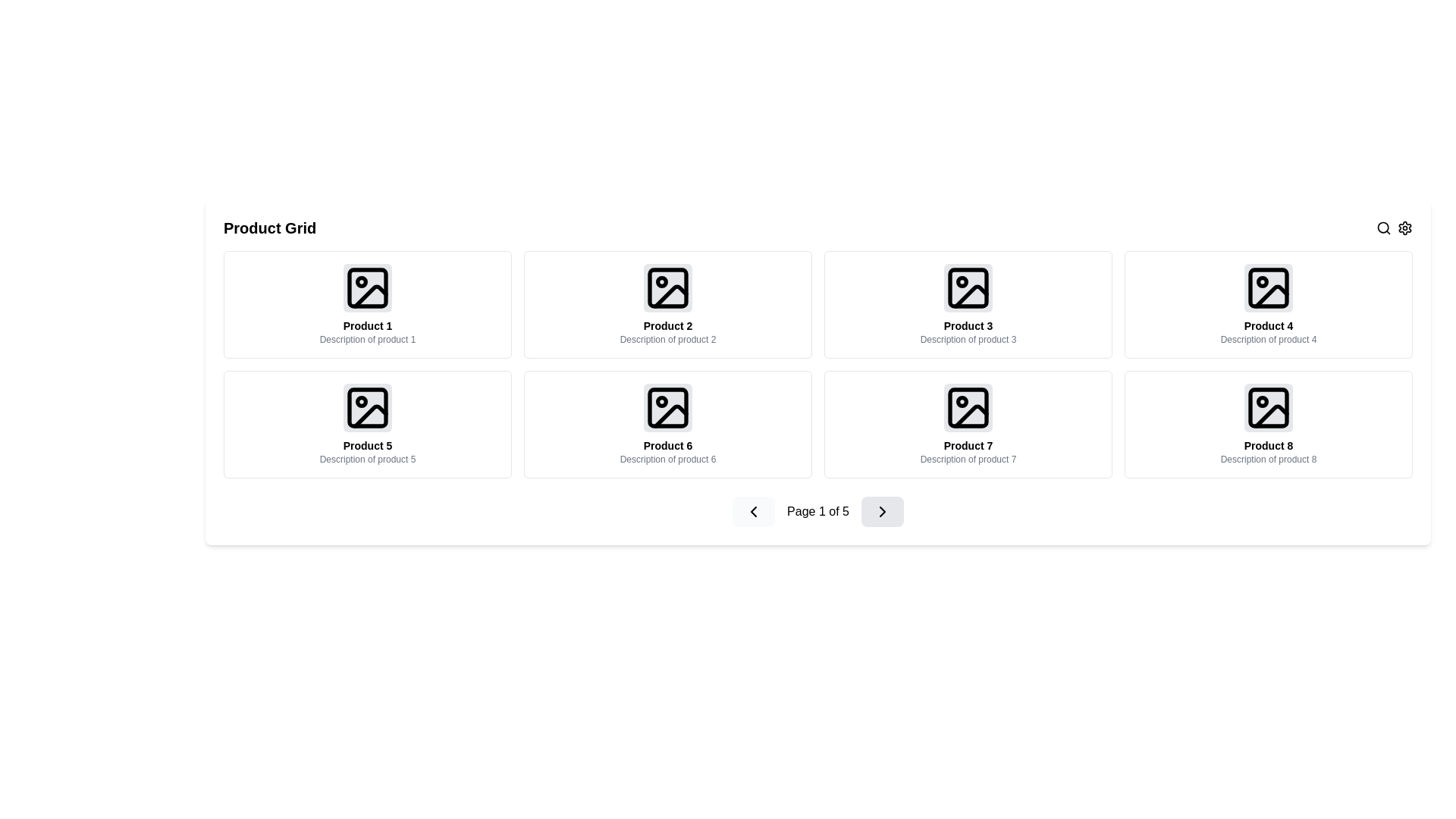  Describe the element at coordinates (1269, 406) in the screenshot. I see `the main icon representing 'Product 8' located in the fourth column of the second row in the grid layout to initiate an interaction` at that location.